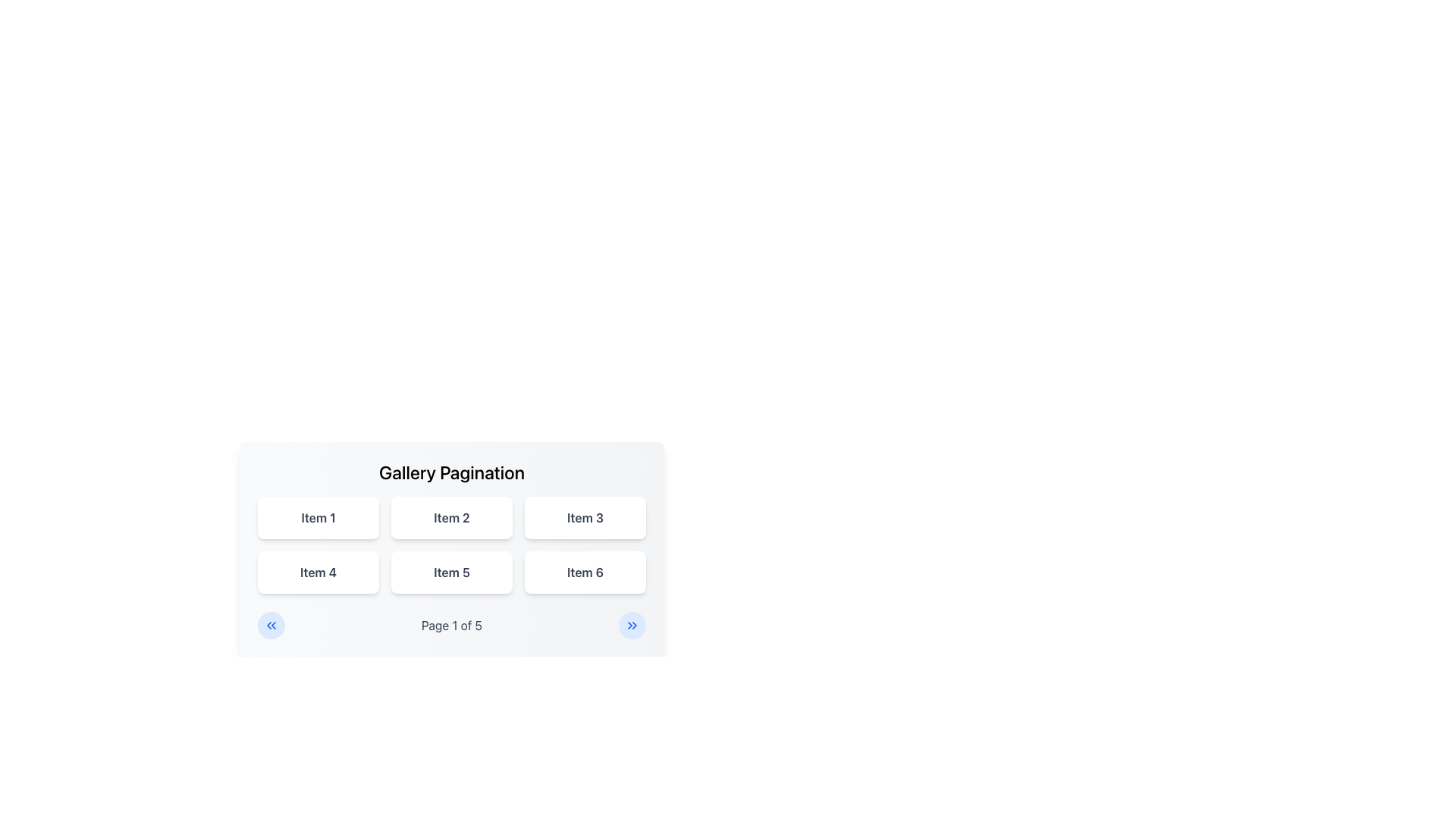  I want to click on the circular blue button with left-pointing chevrons located at the bottom left of the pagination section, so click(271, 626).